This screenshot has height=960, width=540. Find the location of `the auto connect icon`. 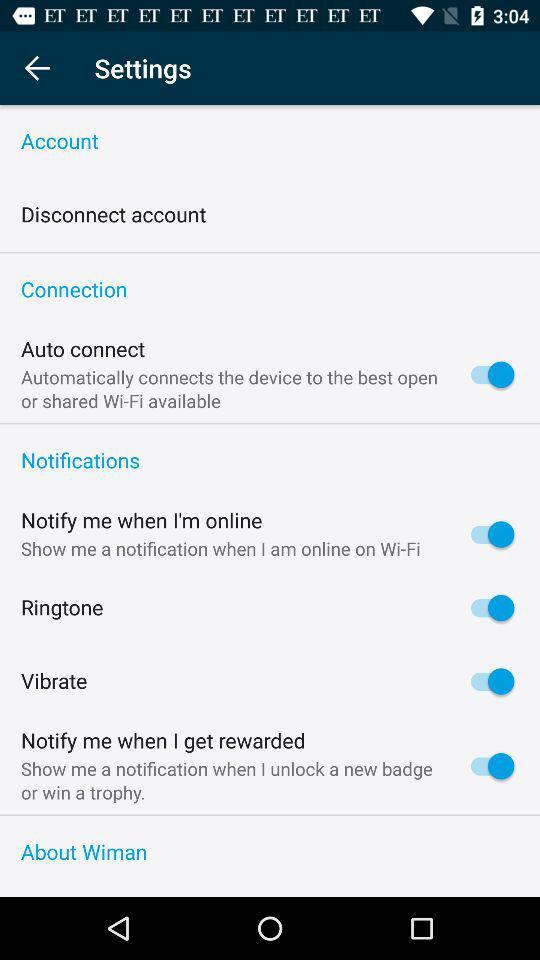

the auto connect icon is located at coordinates (82, 349).